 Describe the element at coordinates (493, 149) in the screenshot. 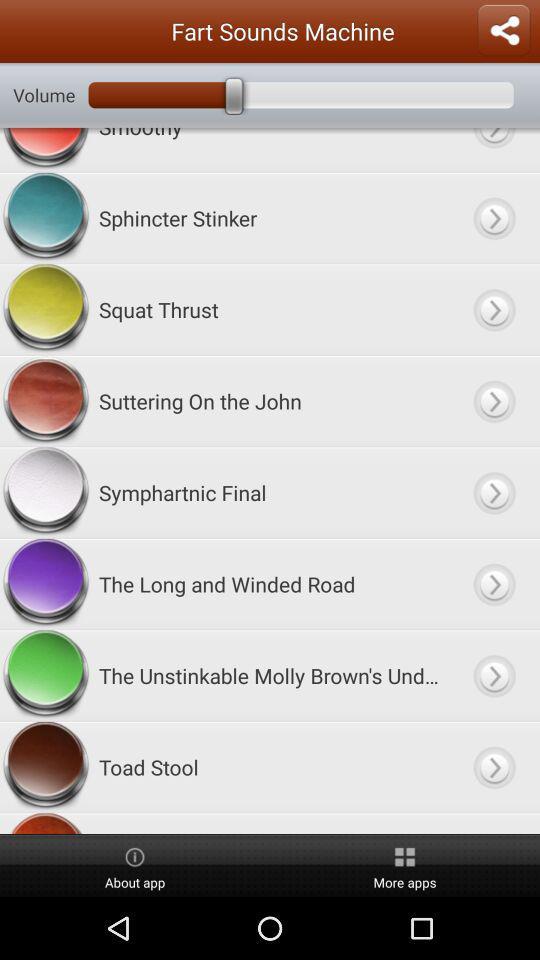

I see `open smoothy` at that location.